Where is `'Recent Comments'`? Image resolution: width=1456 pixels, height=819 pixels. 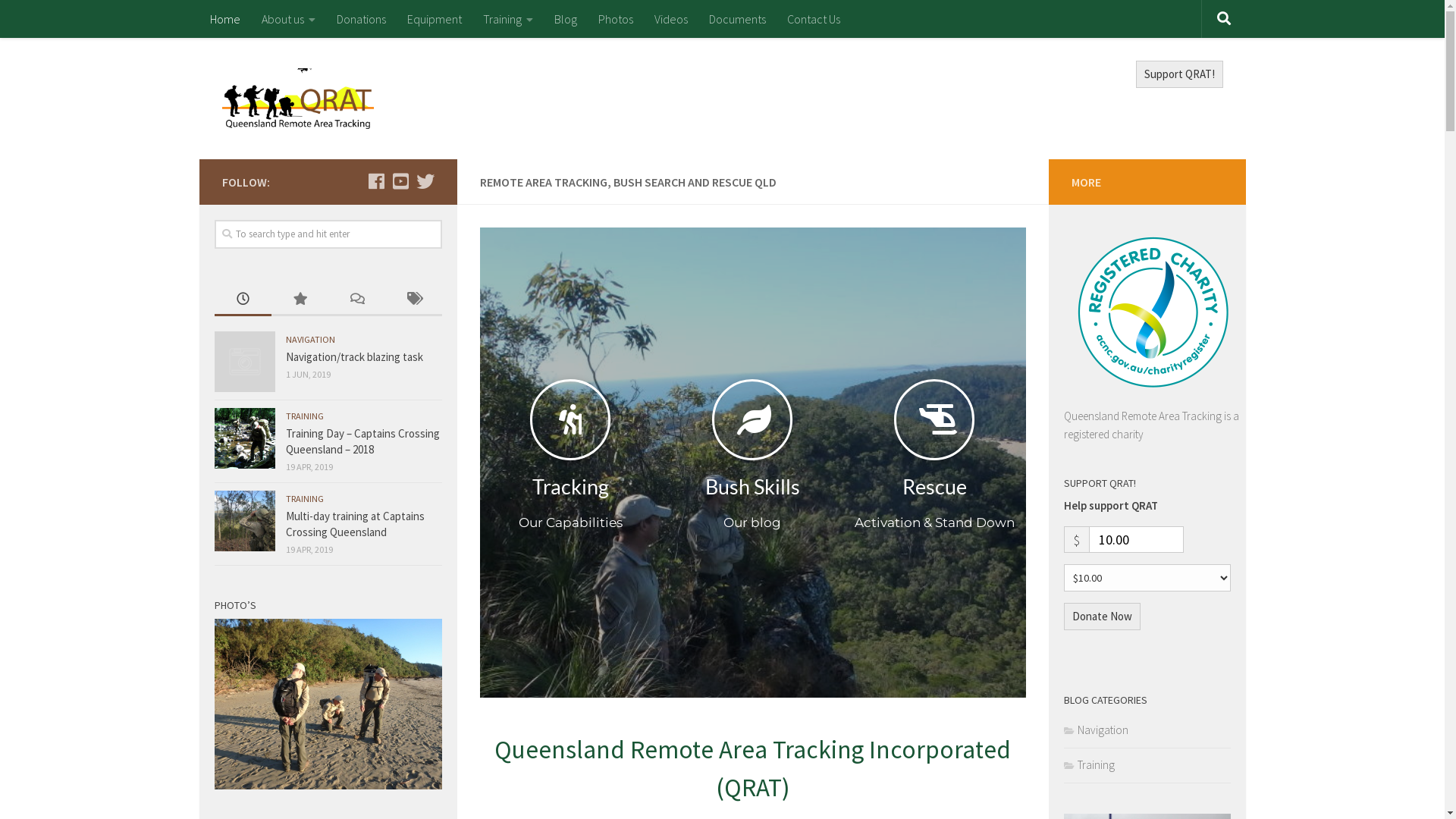
'Recent Comments' is located at coordinates (355, 300).